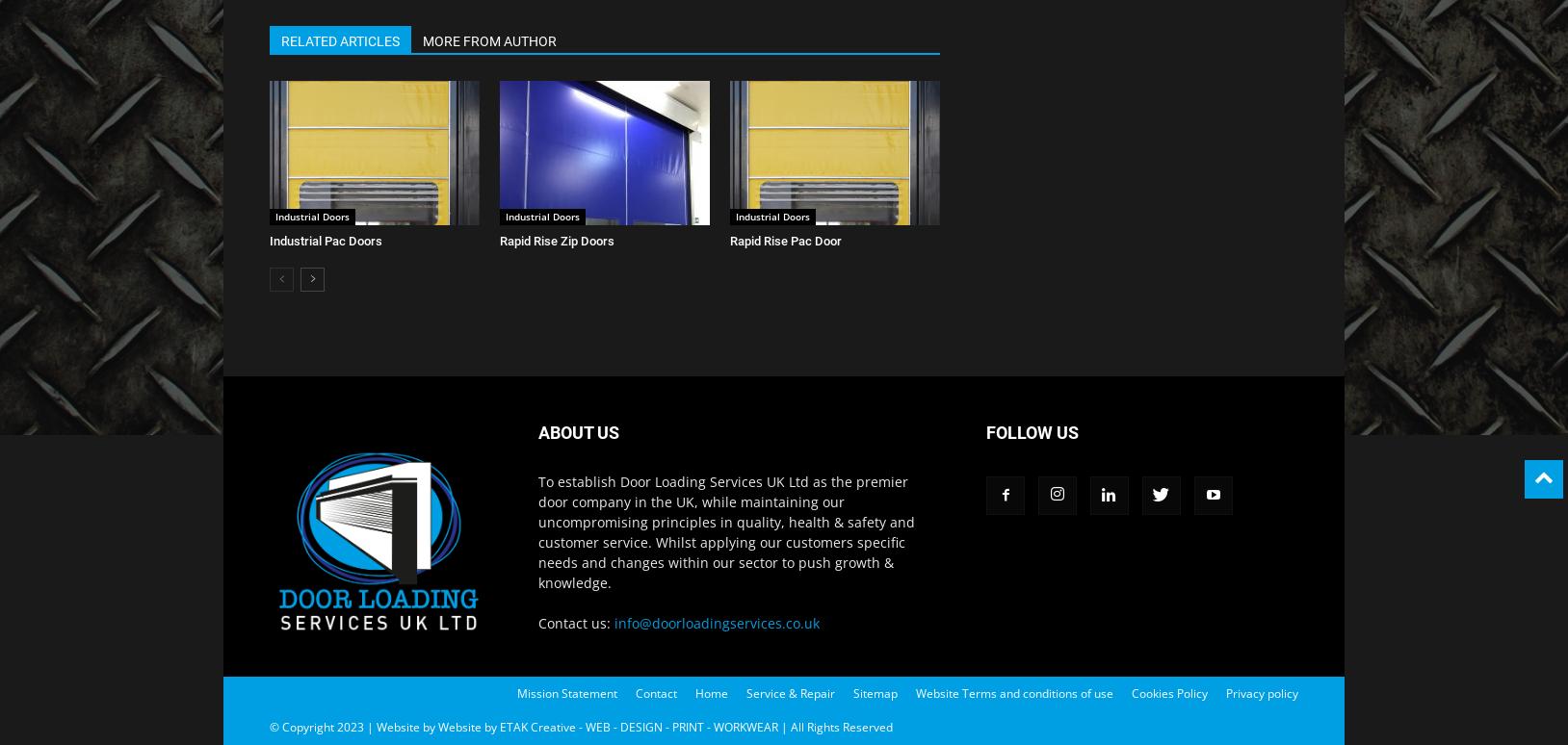  Describe the element at coordinates (578, 431) in the screenshot. I see `'ABOUT US'` at that location.